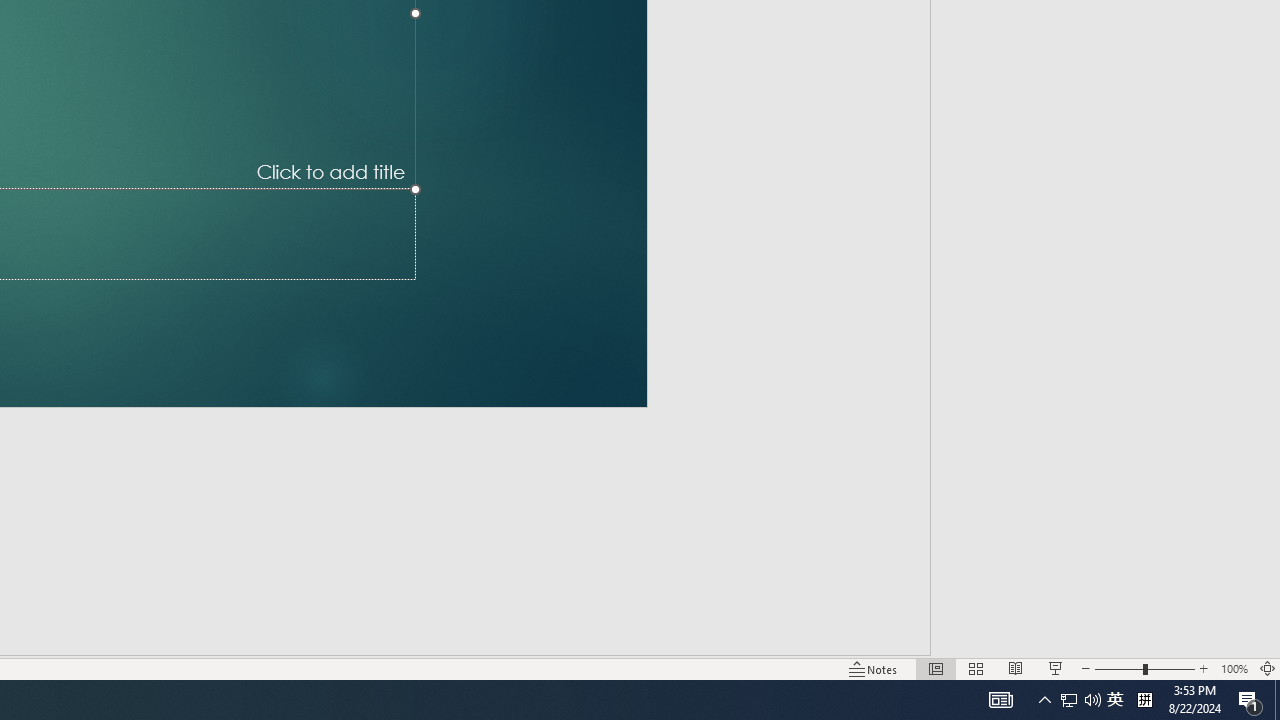  I want to click on 'Zoom', so click(1144, 669).